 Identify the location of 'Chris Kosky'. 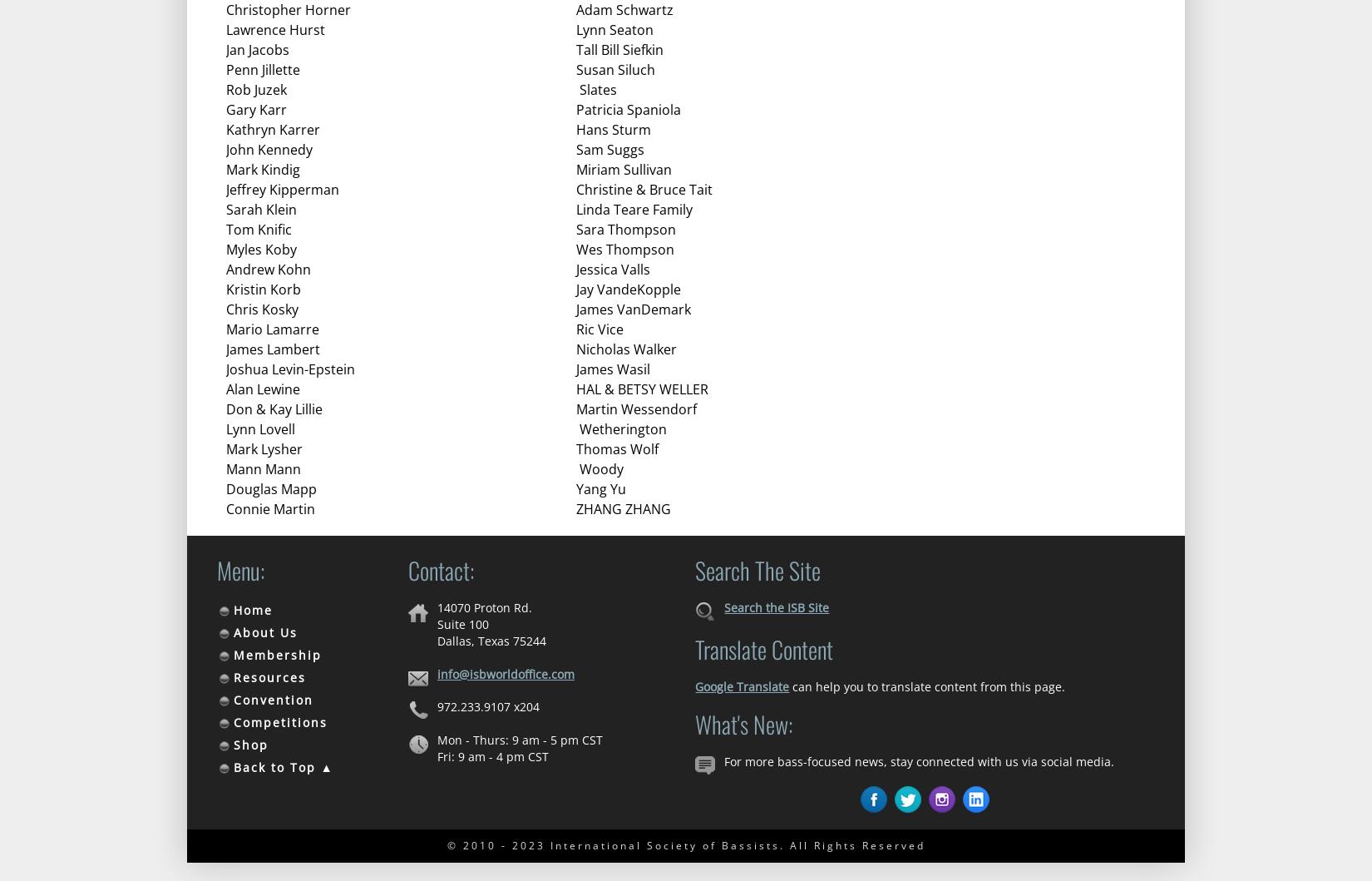
(225, 309).